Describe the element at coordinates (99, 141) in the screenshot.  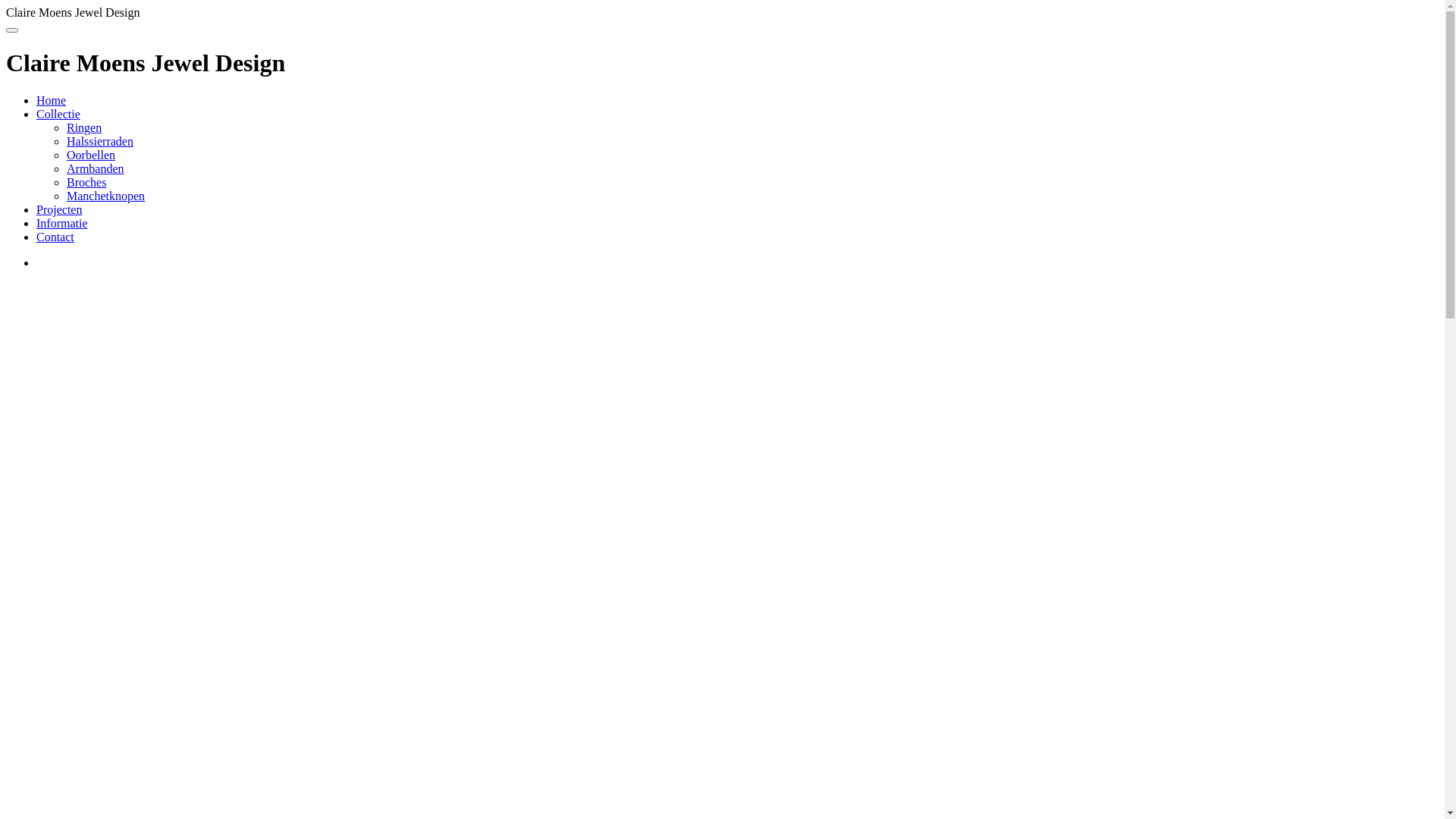
I see `'Halssierraden'` at that location.